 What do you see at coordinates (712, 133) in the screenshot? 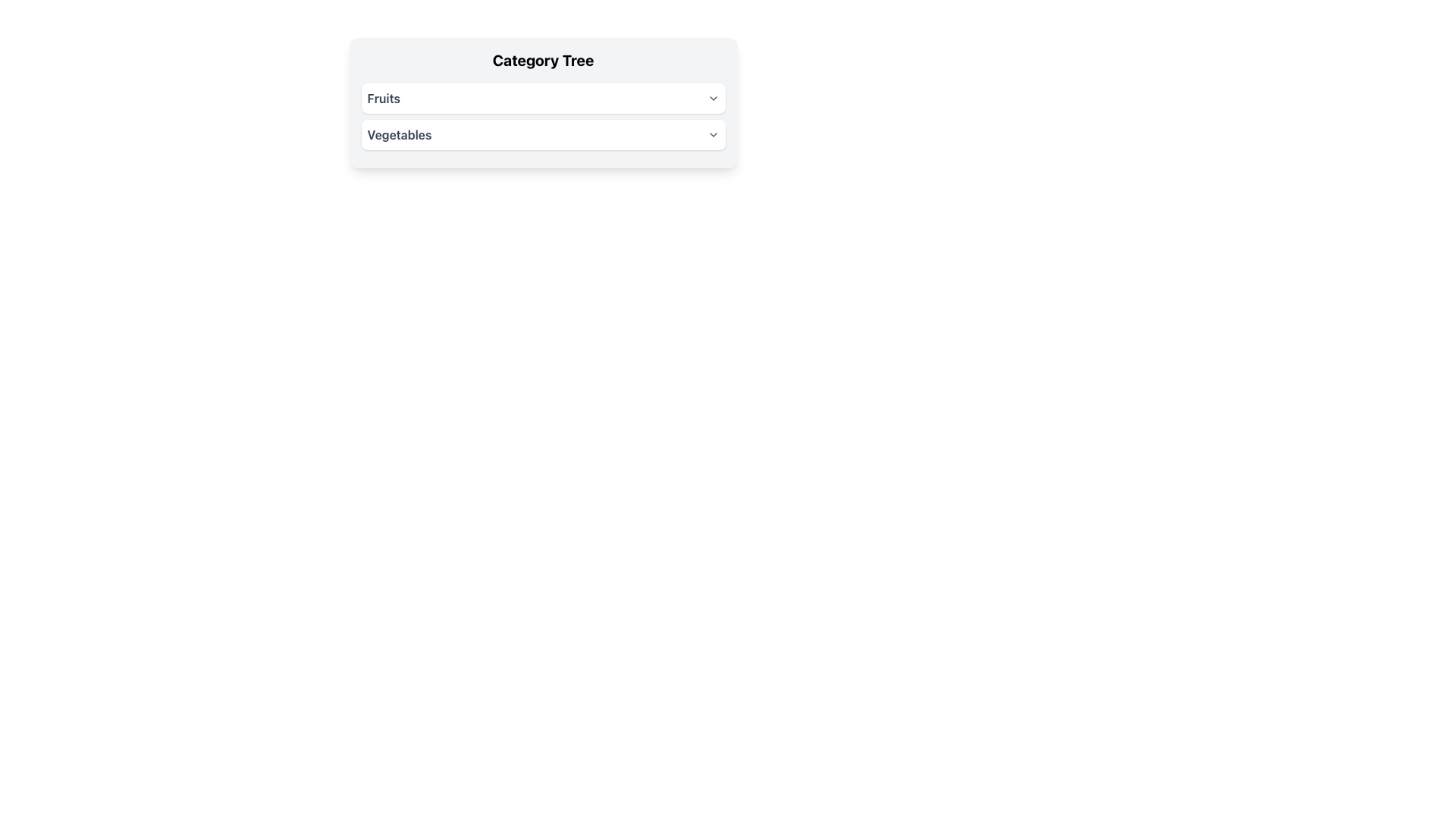
I see `the Dropdown indicator icon located at the far-right side of the 'Vegetables' list item` at bounding box center [712, 133].